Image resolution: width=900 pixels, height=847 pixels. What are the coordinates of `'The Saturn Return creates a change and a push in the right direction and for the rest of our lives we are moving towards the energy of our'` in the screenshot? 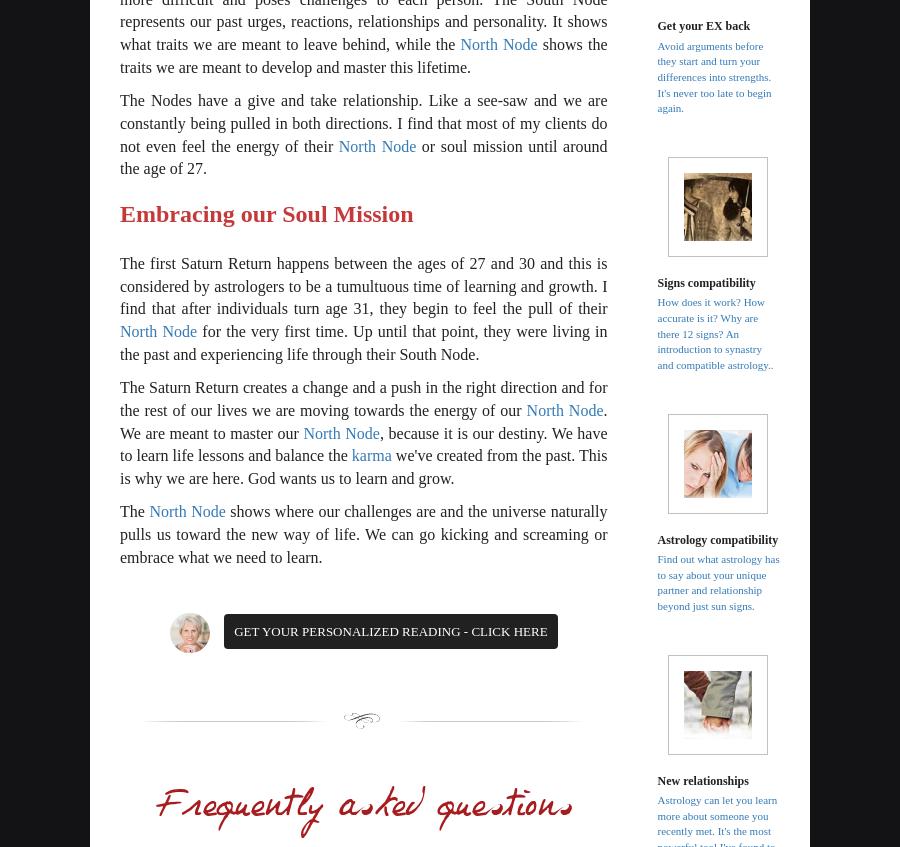 It's located at (363, 397).